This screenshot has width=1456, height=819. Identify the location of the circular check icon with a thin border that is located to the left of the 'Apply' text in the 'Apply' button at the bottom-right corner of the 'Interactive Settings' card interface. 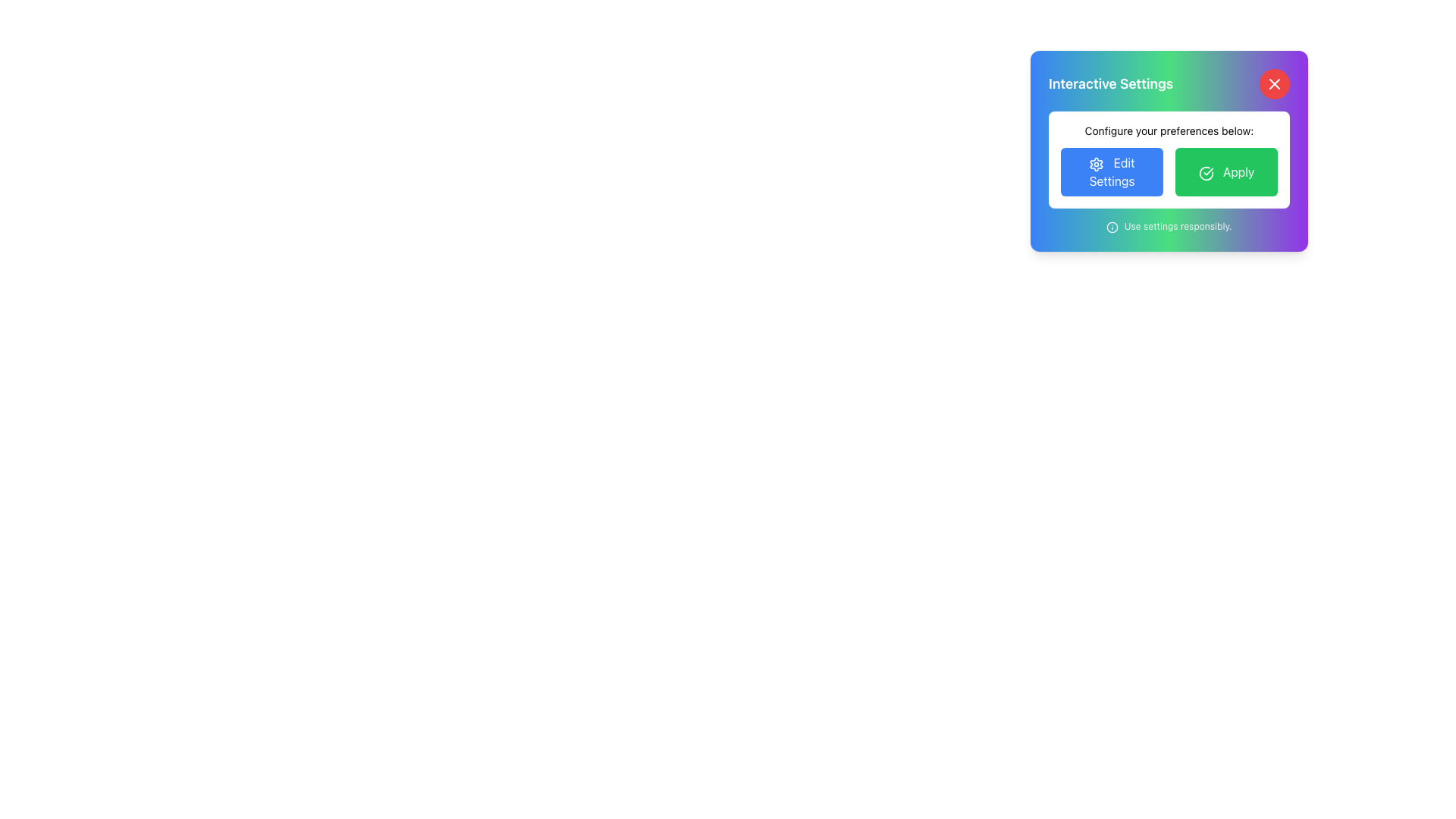
(1205, 172).